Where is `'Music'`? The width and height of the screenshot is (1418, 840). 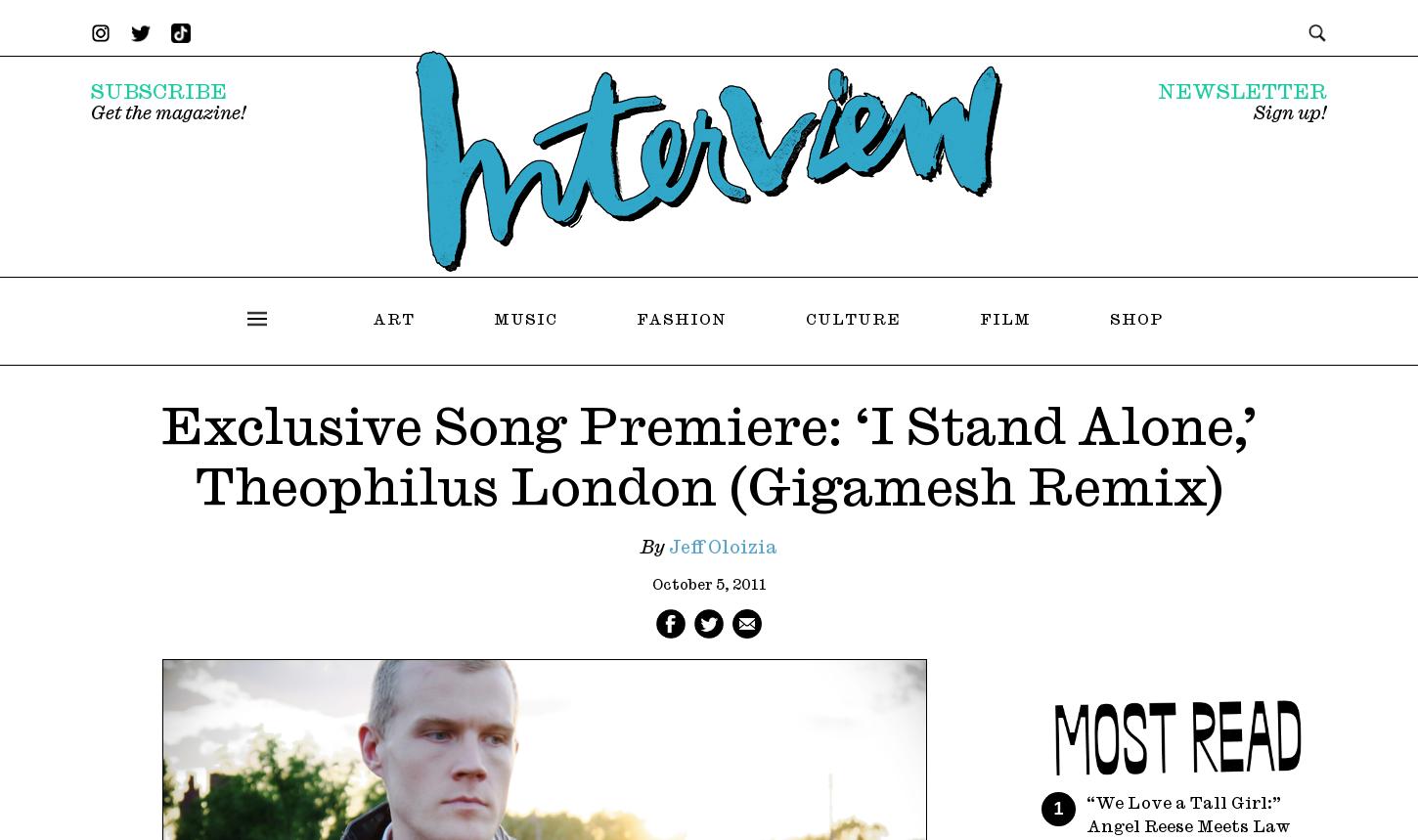 'Music' is located at coordinates (525, 318).